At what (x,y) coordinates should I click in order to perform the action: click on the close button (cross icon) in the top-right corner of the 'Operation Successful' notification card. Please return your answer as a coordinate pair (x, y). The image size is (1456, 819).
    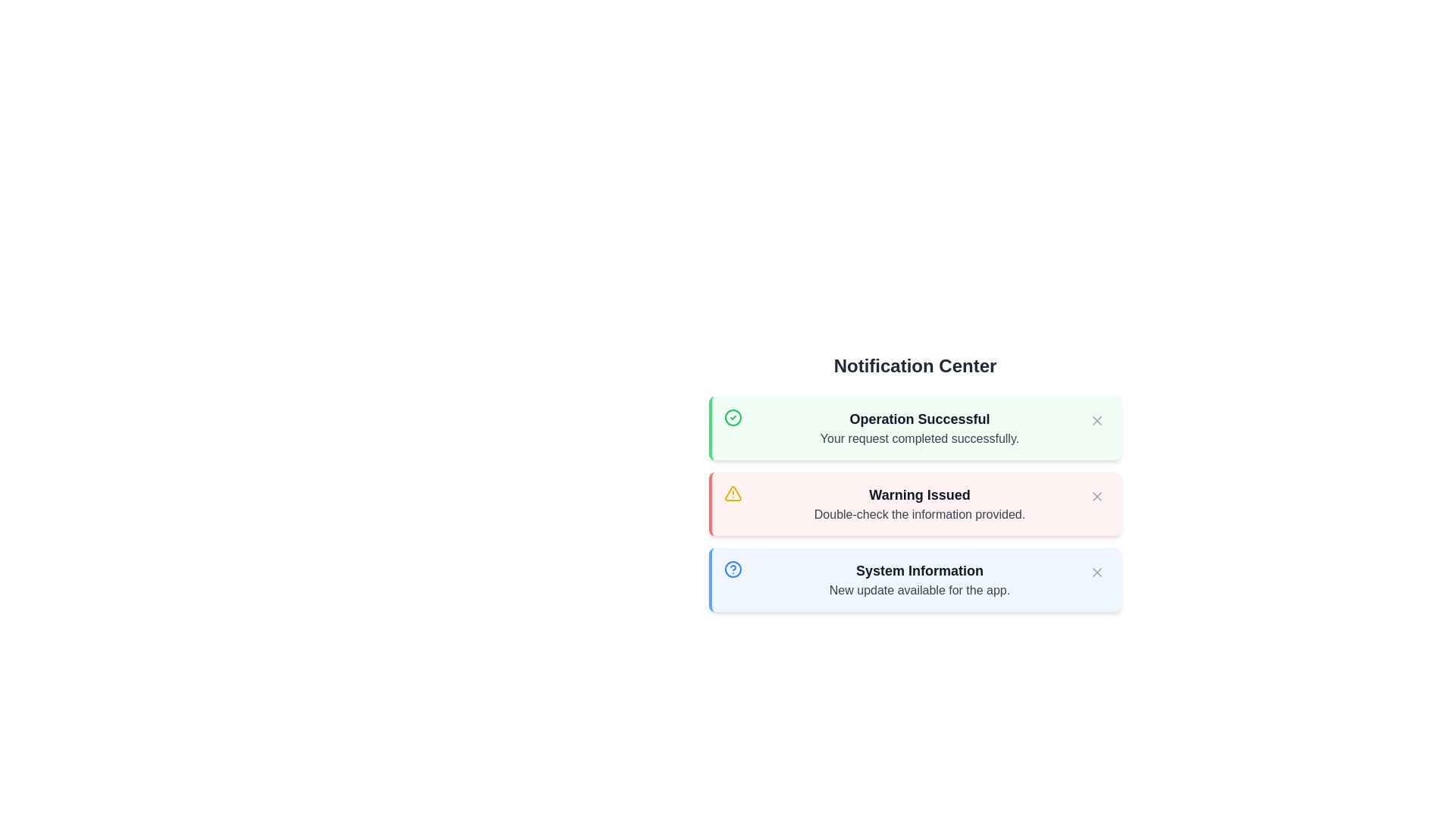
    Looking at the image, I should click on (1097, 421).